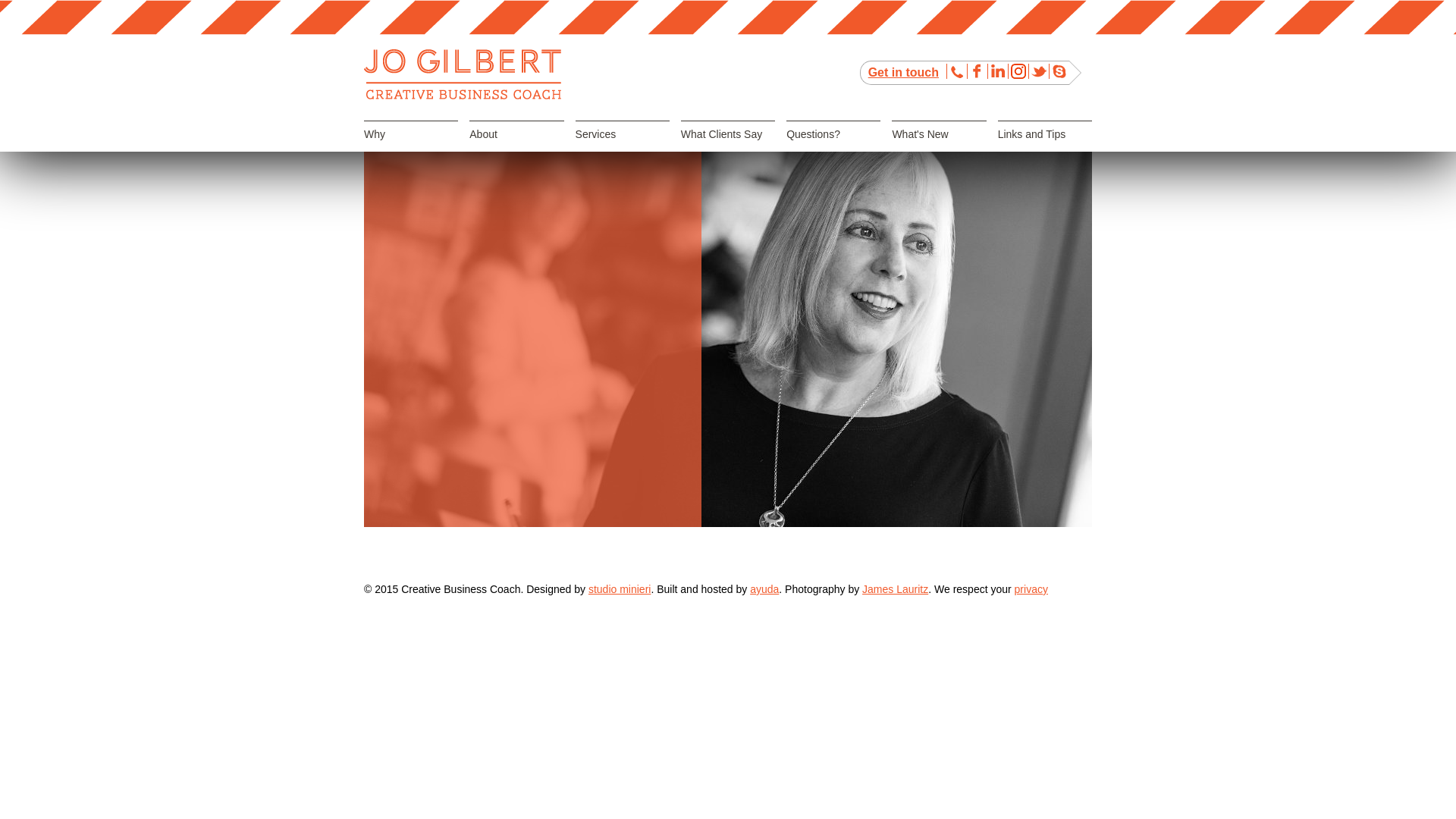  I want to click on 'Services', so click(622, 148).